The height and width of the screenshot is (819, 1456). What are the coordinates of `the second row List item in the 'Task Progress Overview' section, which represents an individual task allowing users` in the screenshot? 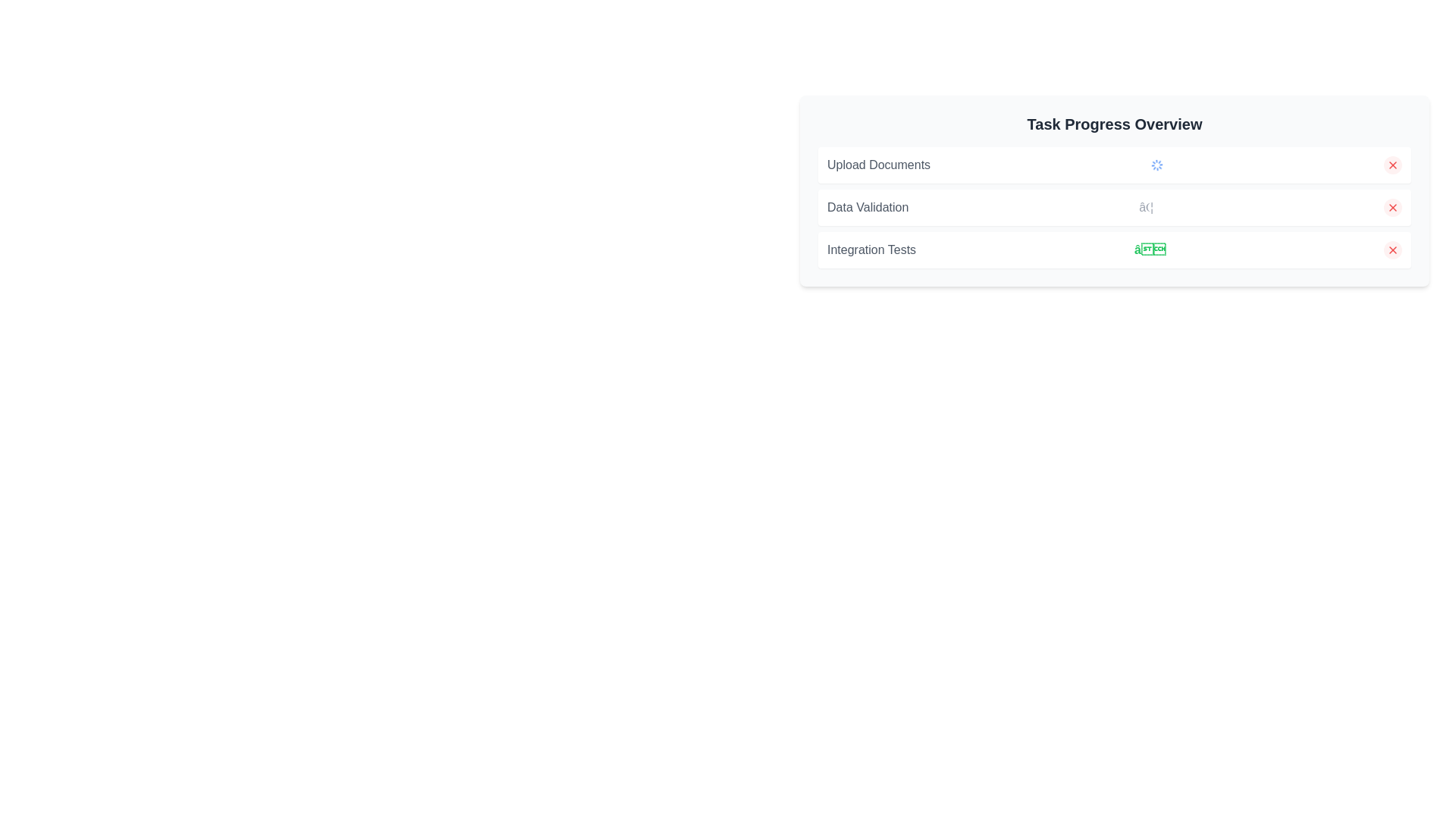 It's located at (1114, 207).